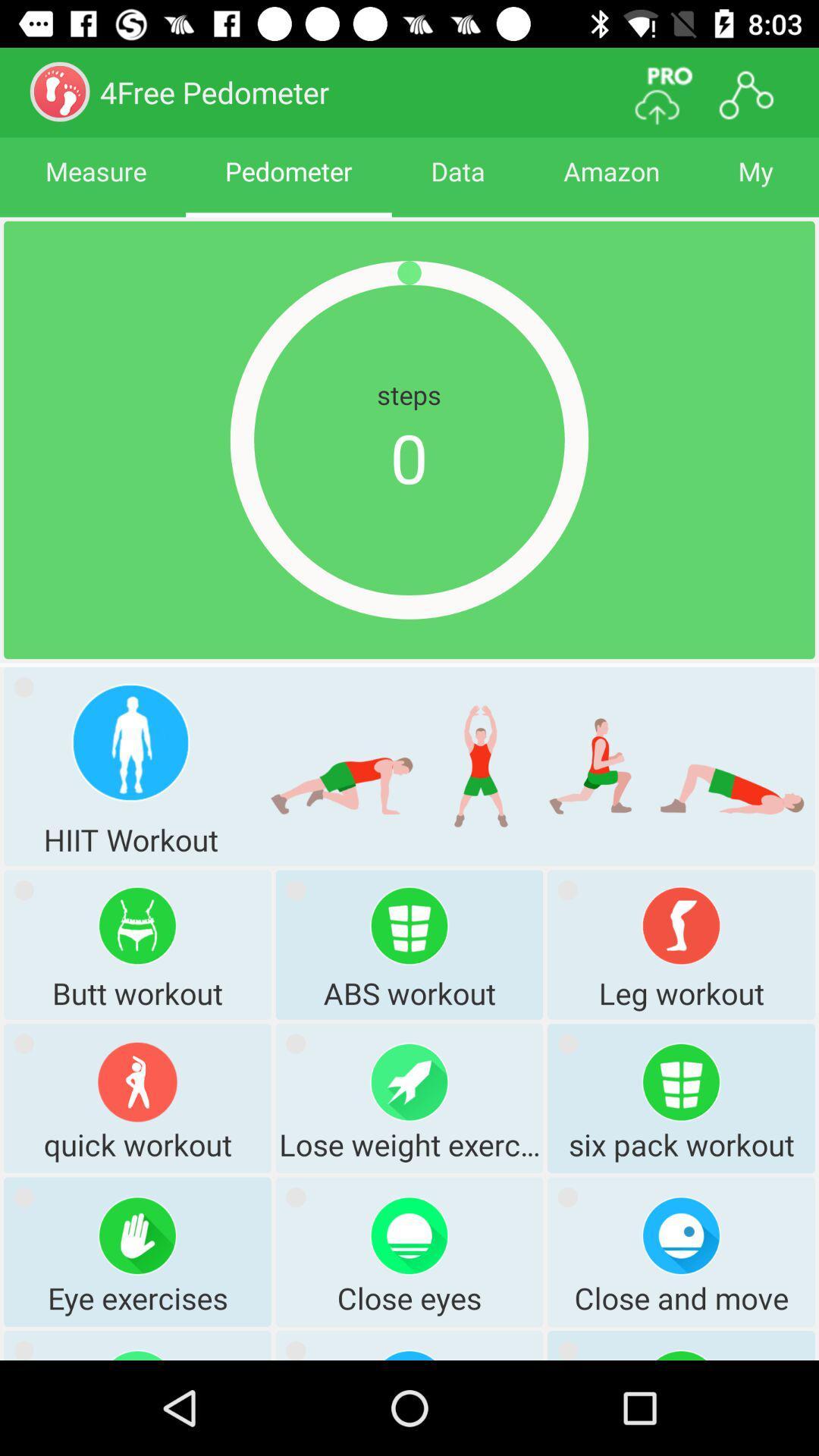 This screenshot has width=819, height=1456. Describe the element at coordinates (610, 184) in the screenshot. I see `the app to the right of the data icon` at that location.